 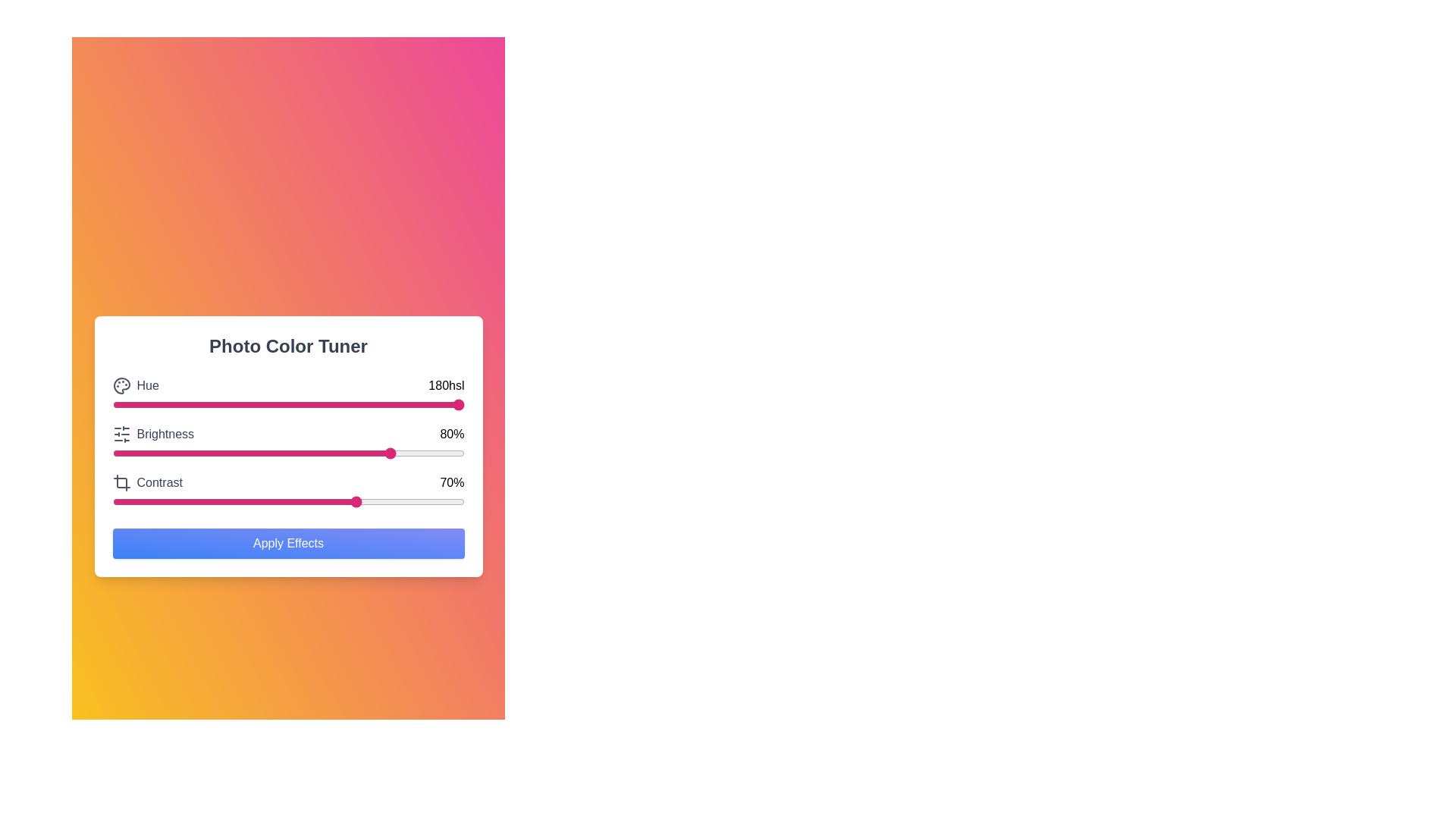 I want to click on the brightness slider to set the brightness to 0%, so click(x=111, y=452).